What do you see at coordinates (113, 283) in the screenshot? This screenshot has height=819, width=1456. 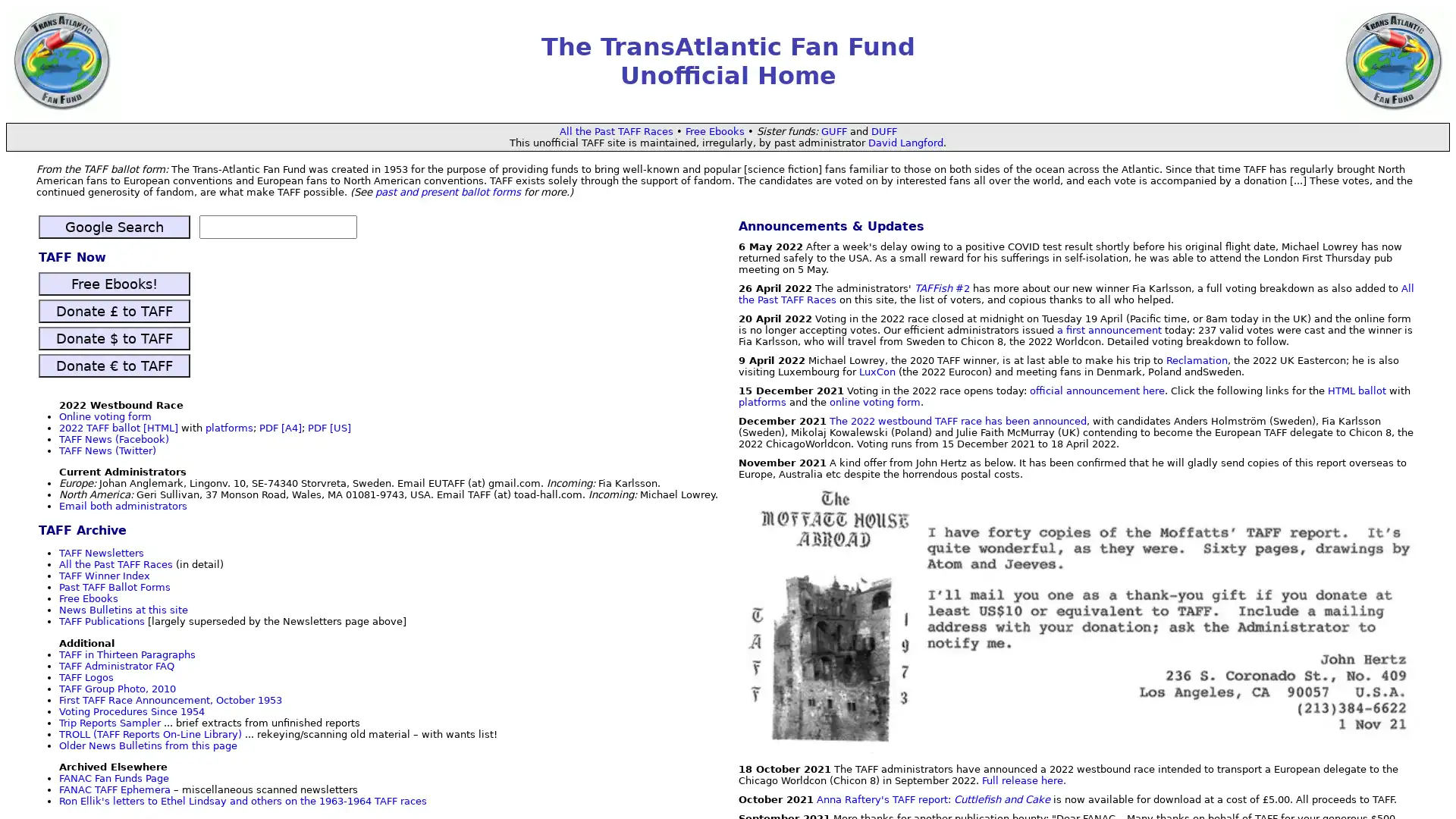 I see `Free Ebooks!` at bounding box center [113, 283].